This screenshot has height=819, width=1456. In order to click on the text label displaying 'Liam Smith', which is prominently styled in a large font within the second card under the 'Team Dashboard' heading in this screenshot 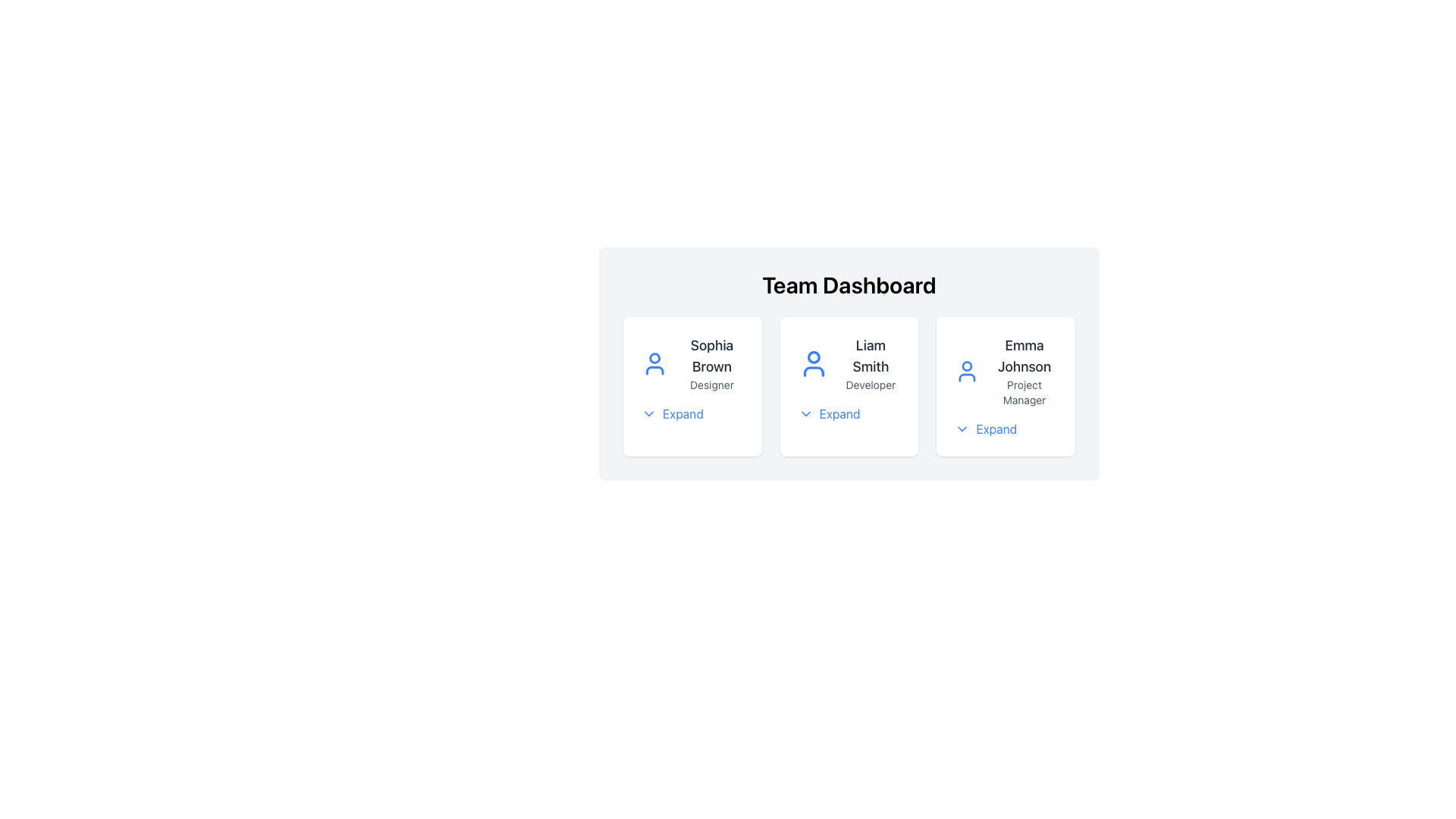, I will do `click(871, 356)`.